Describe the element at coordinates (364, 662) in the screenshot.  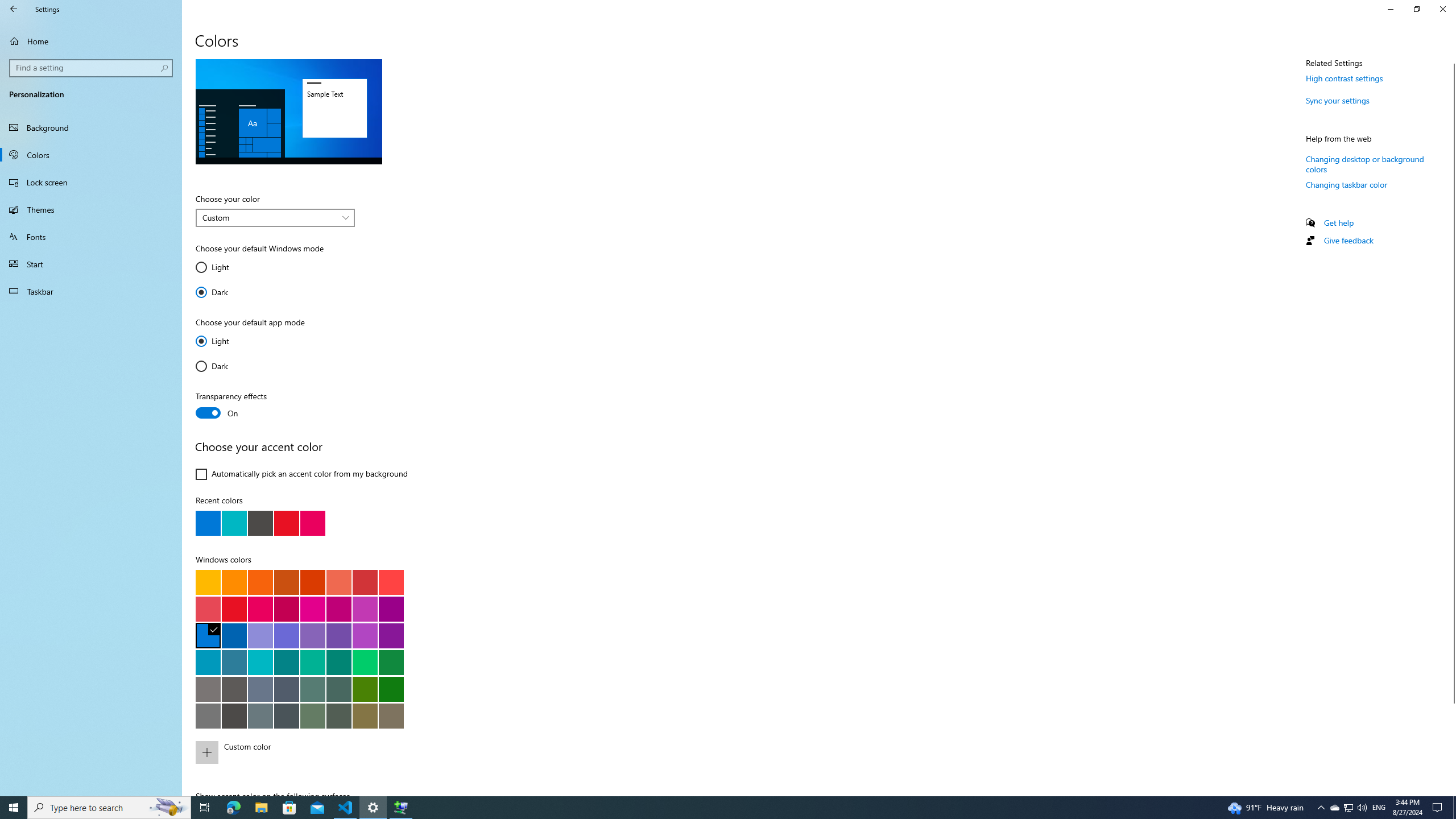
I see `'Turf green'` at that location.